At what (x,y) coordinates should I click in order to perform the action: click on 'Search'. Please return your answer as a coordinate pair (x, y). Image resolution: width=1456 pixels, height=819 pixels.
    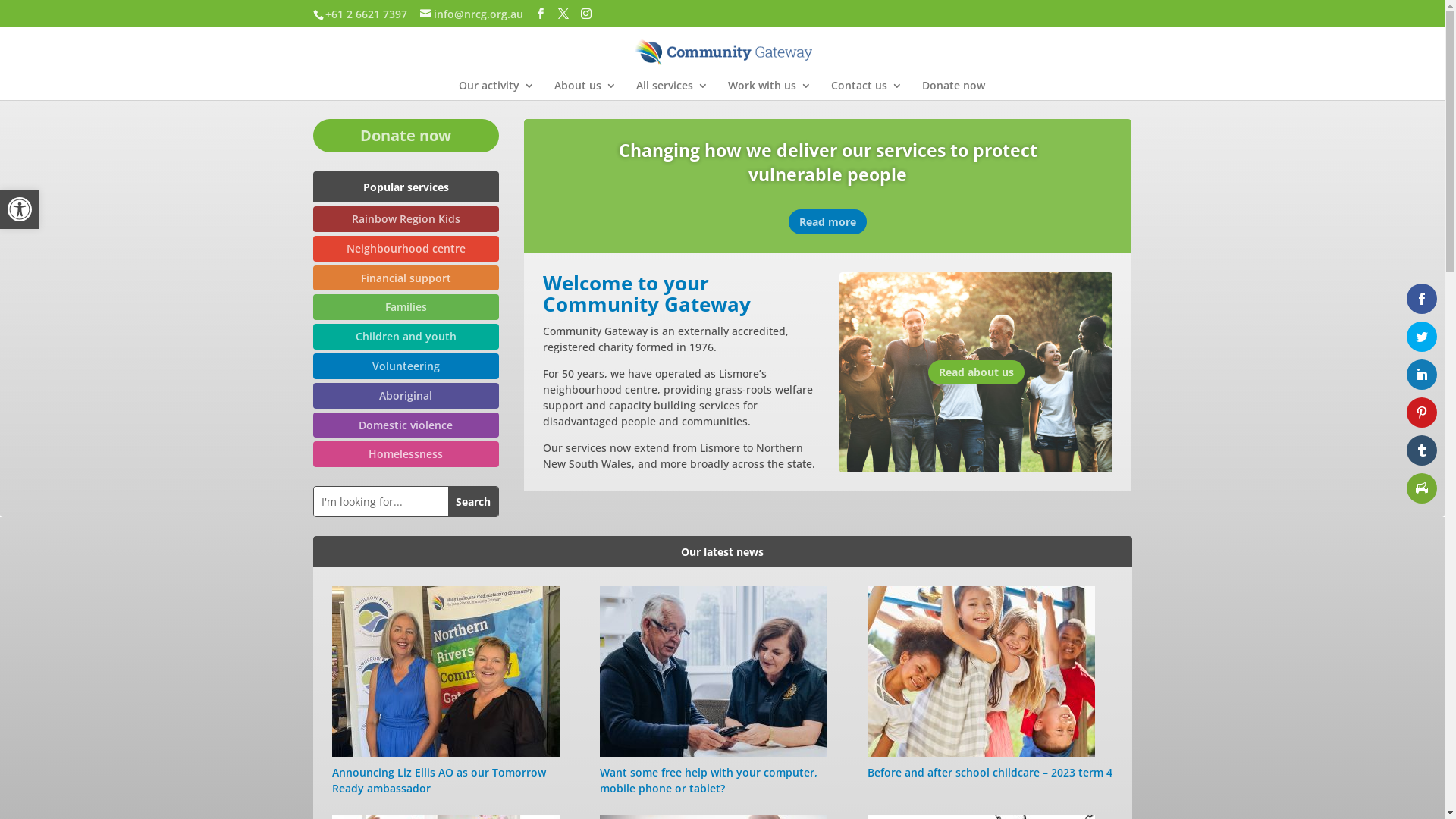
    Looking at the image, I should click on (472, 501).